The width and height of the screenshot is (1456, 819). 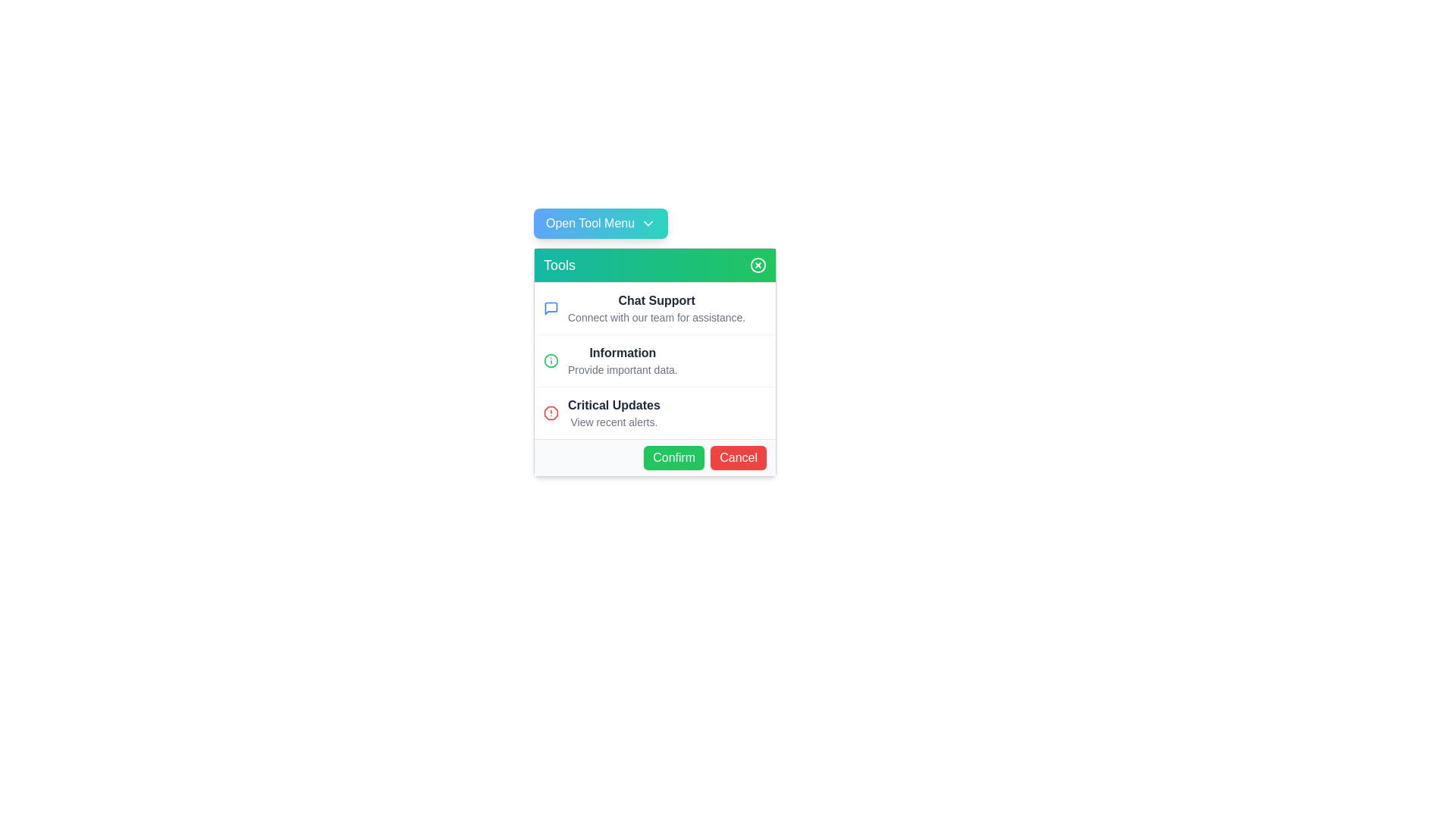 I want to click on the 'Tools' text label element, which is displayed in bold on a green background gradient, serving as a section heading, so click(x=559, y=265).